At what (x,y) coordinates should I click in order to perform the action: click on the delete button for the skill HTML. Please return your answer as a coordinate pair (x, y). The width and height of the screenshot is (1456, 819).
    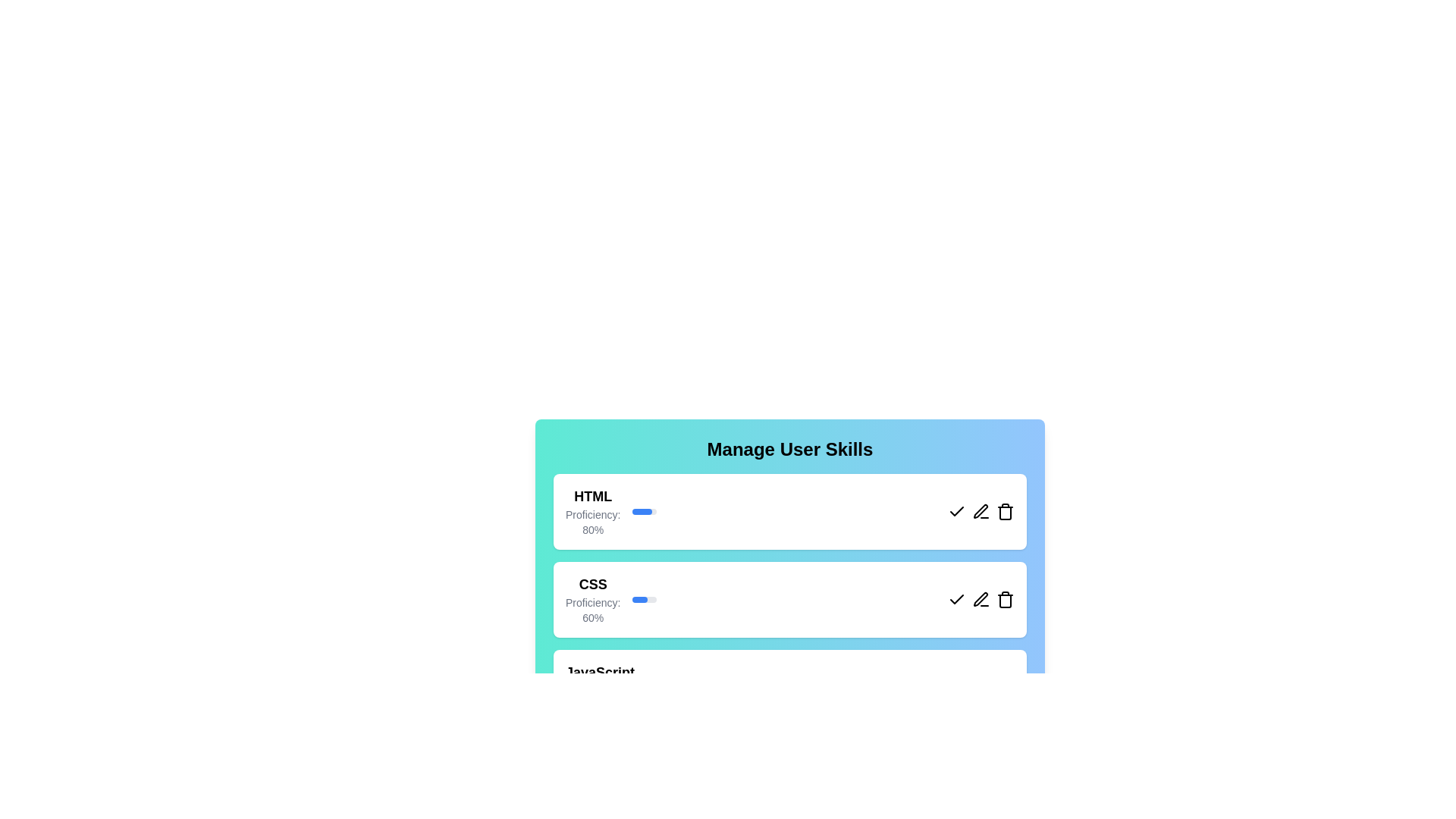
    Looking at the image, I should click on (1005, 512).